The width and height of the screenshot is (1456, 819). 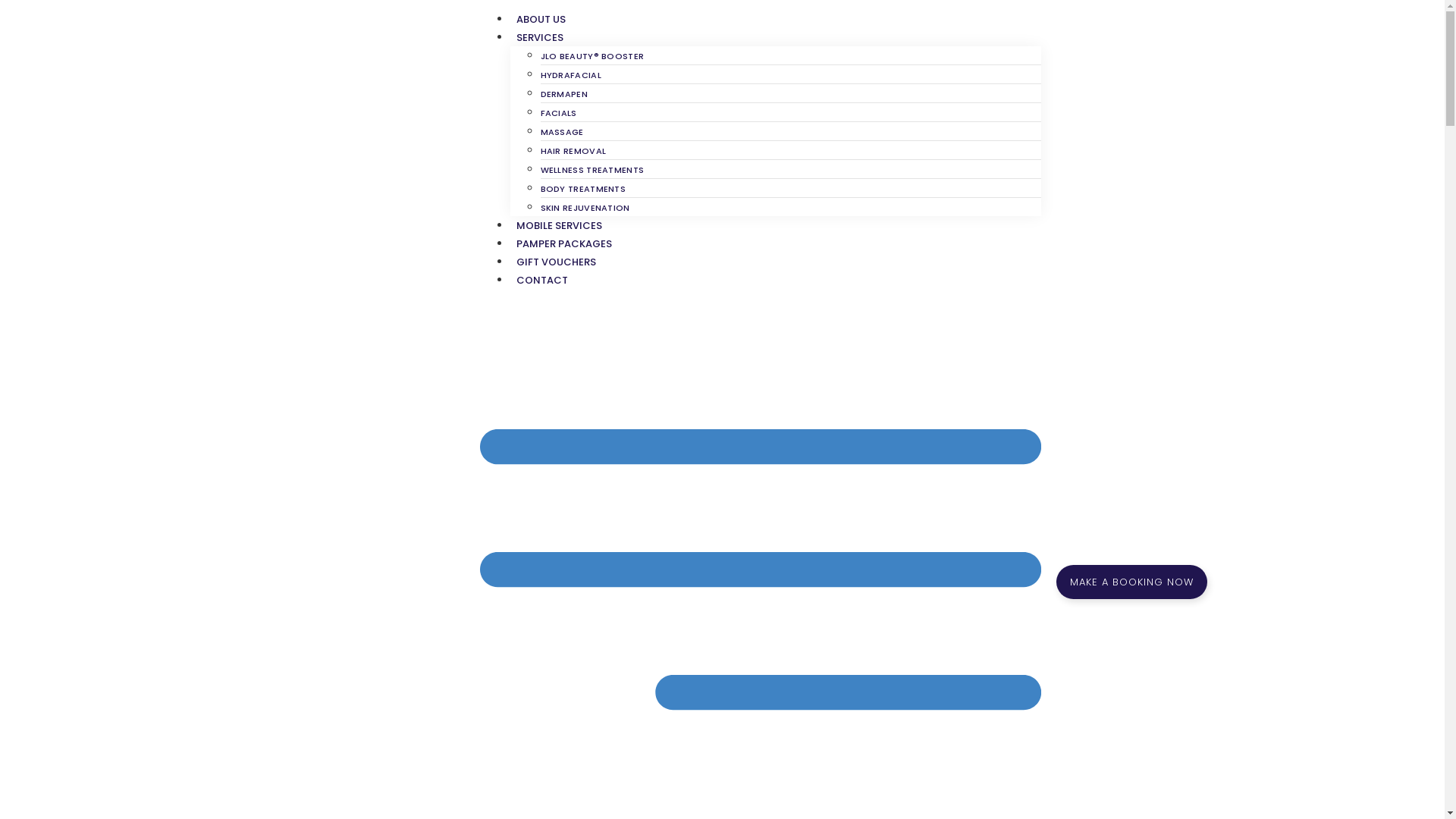 I want to click on 'PAMPER PACKAGES', so click(x=563, y=243).